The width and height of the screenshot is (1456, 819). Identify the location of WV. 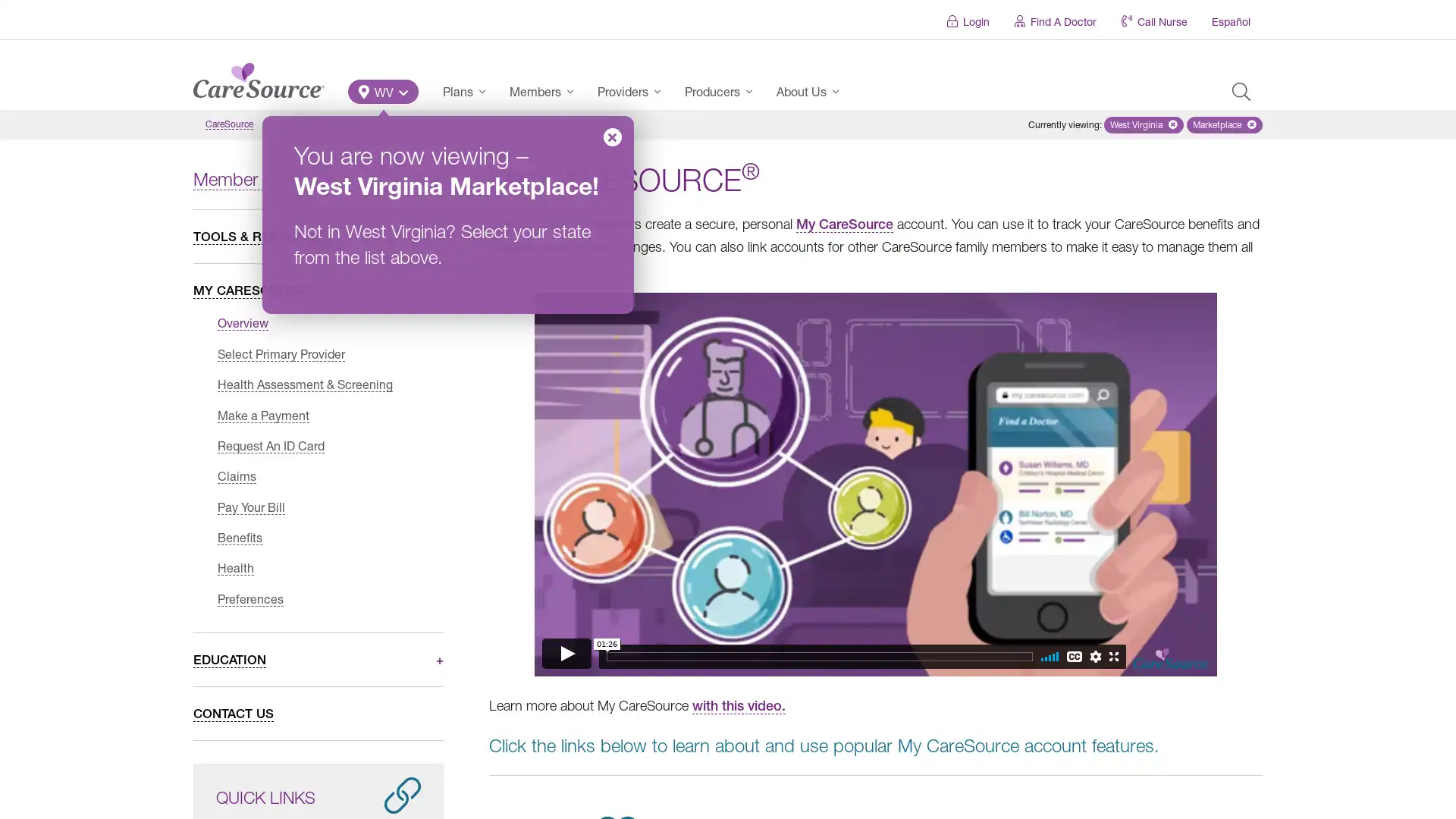
(383, 91).